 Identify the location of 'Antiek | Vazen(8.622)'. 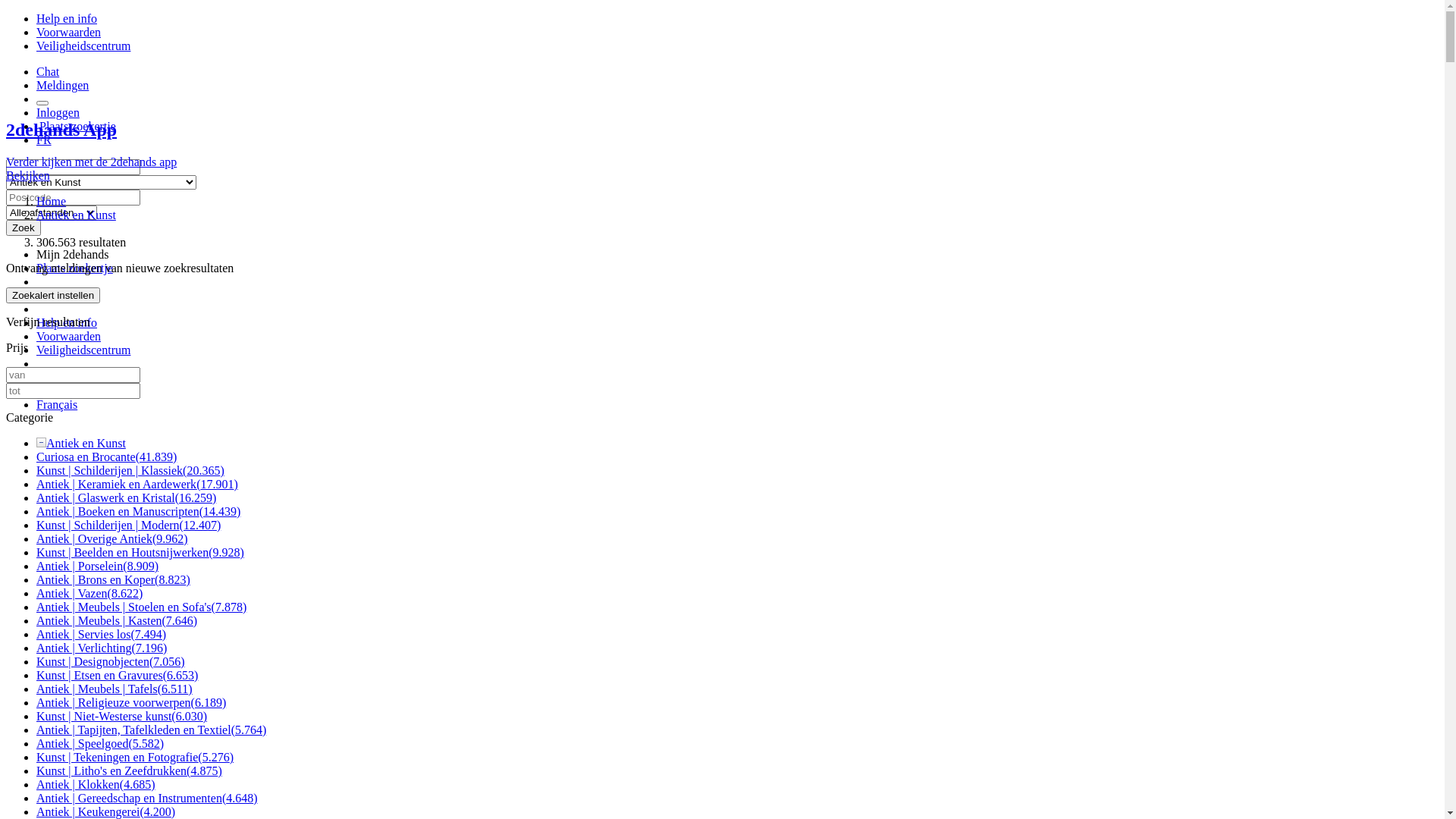
(89, 592).